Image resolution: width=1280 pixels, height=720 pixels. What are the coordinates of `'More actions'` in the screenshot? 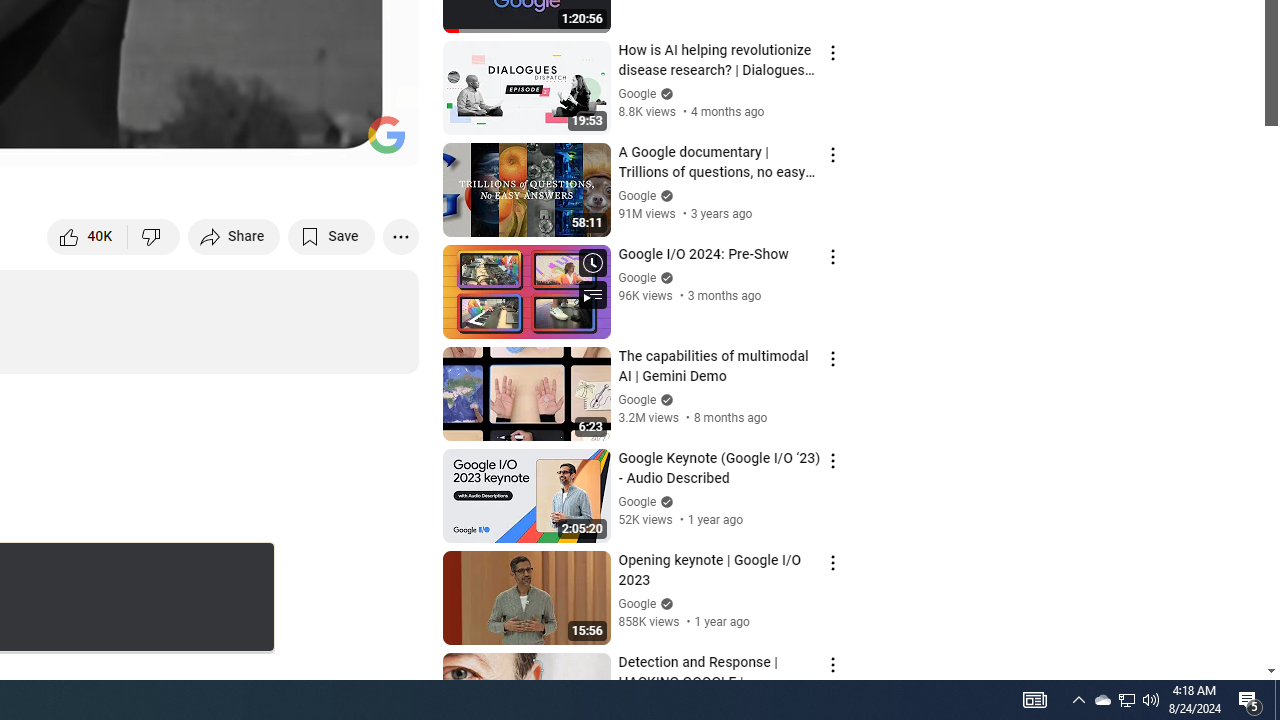 It's located at (400, 235).